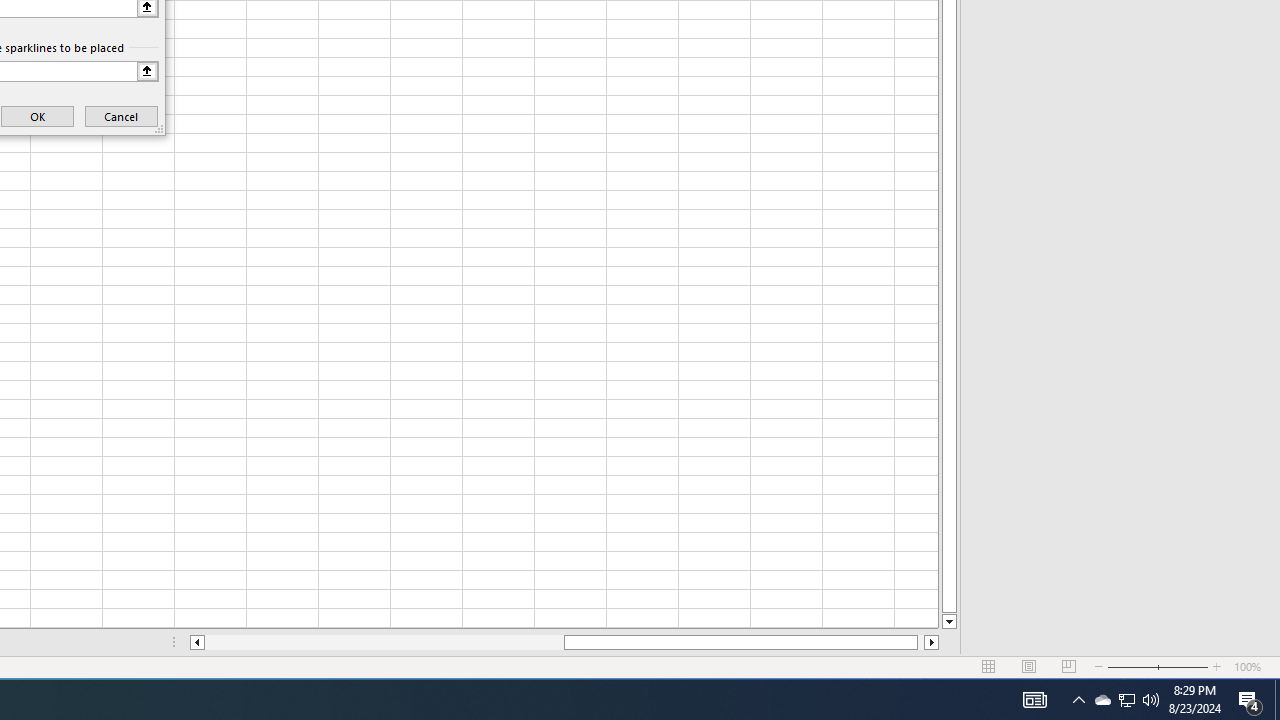 This screenshot has width=1280, height=720. Describe the element at coordinates (1068, 667) in the screenshot. I see `'Page Break Preview'` at that location.